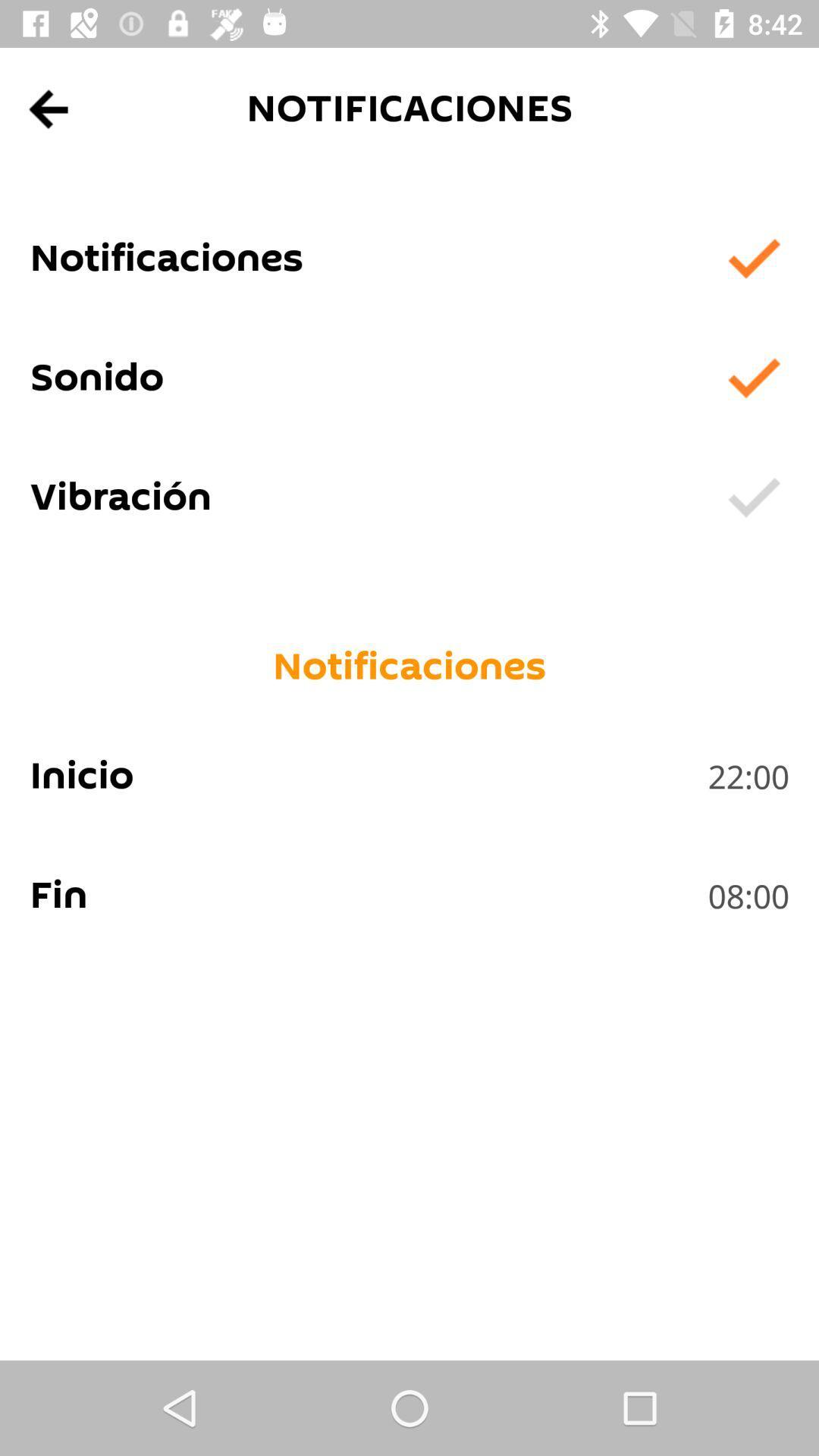 Image resolution: width=819 pixels, height=1456 pixels. I want to click on the arrow_backward icon, so click(49, 108).